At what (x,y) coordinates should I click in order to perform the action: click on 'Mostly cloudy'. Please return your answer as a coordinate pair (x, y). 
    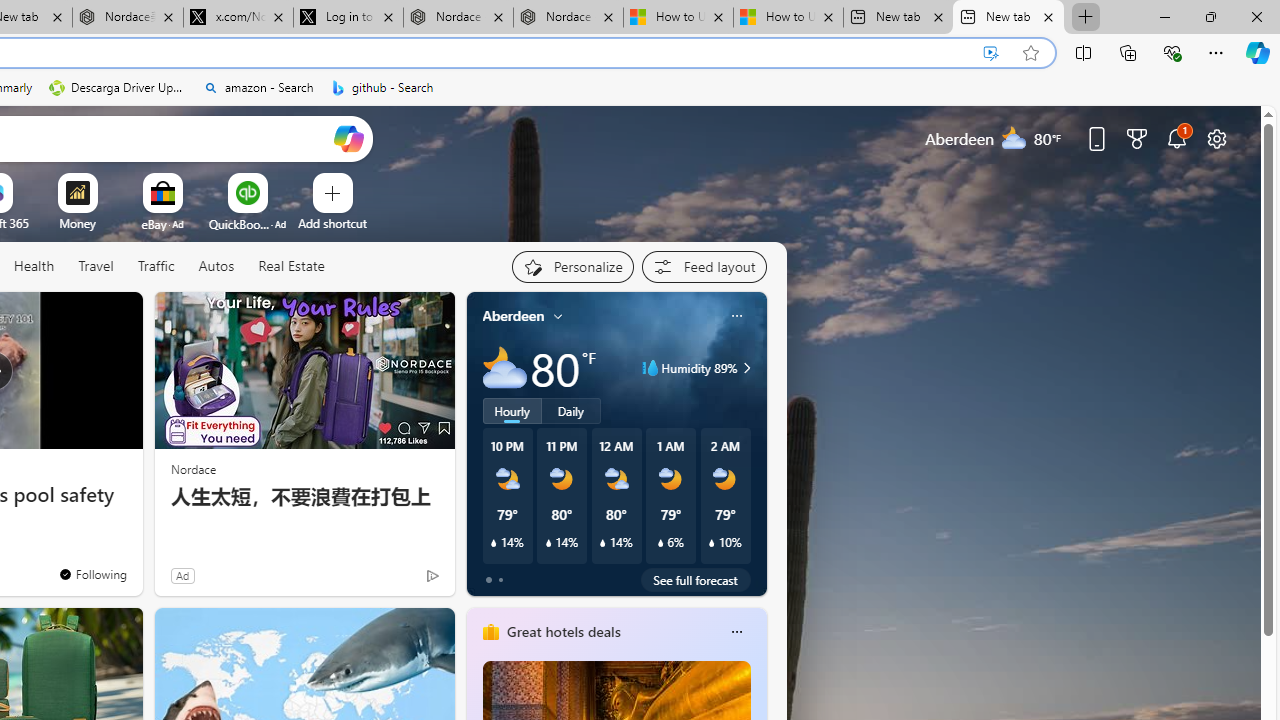
    Looking at the image, I should click on (504, 368).